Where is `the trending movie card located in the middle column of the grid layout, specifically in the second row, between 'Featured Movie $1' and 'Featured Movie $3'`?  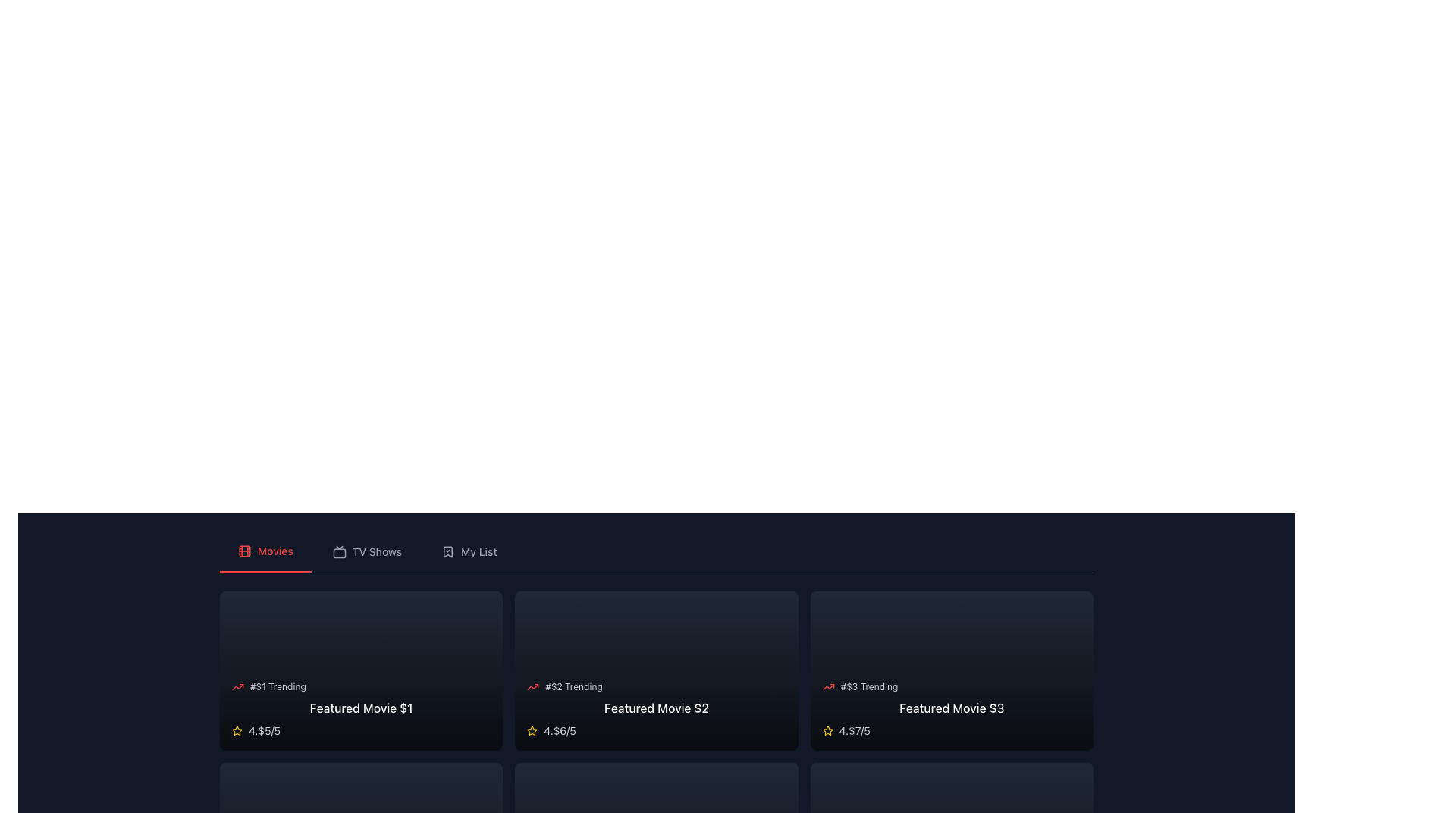 the trending movie card located in the middle column of the grid layout, specifically in the second row, between 'Featured Movie $1' and 'Featured Movie $3' is located at coordinates (656, 709).